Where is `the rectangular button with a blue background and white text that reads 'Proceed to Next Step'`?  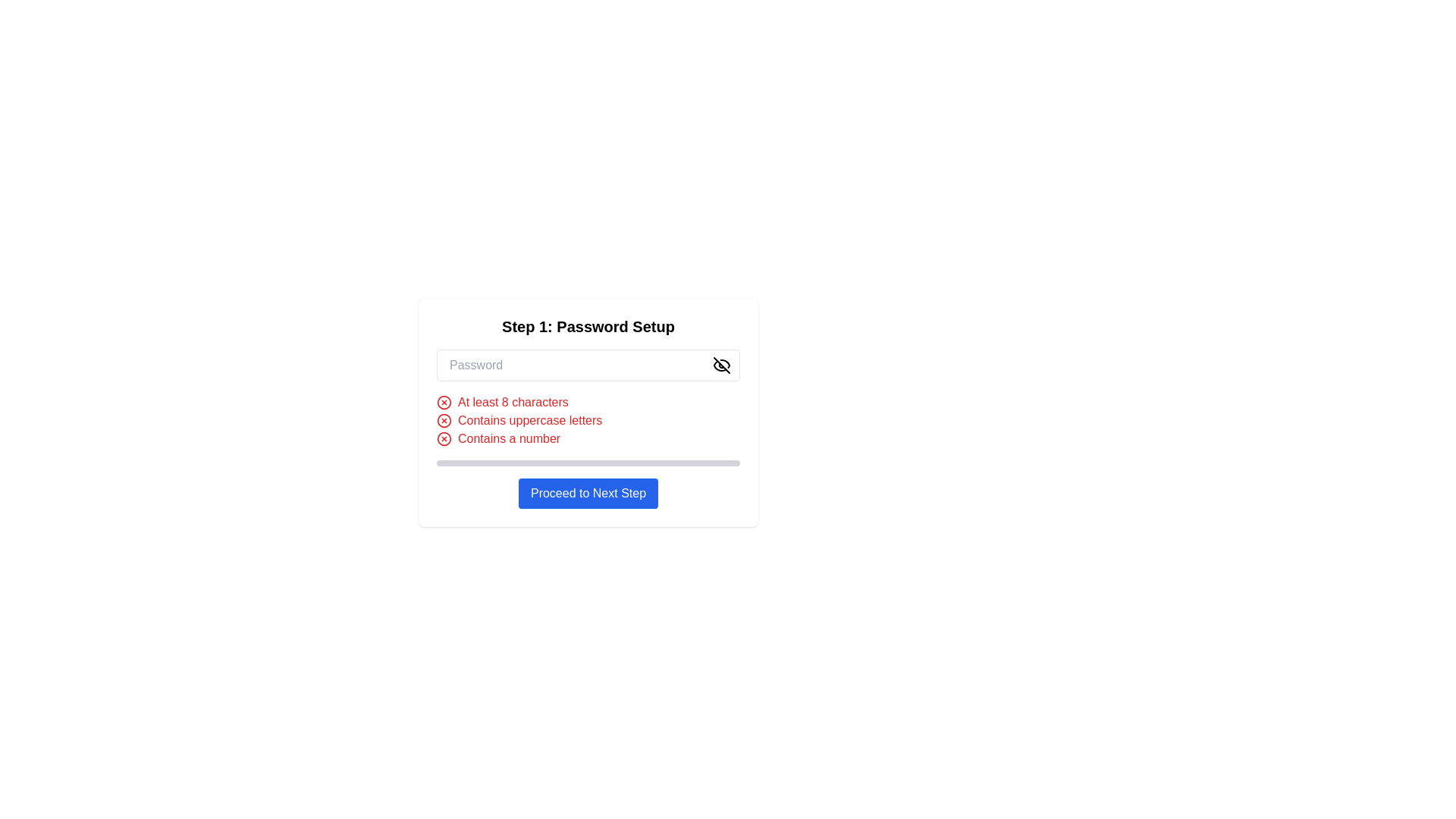 the rectangular button with a blue background and white text that reads 'Proceed to Next Step' is located at coordinates (588, 494).